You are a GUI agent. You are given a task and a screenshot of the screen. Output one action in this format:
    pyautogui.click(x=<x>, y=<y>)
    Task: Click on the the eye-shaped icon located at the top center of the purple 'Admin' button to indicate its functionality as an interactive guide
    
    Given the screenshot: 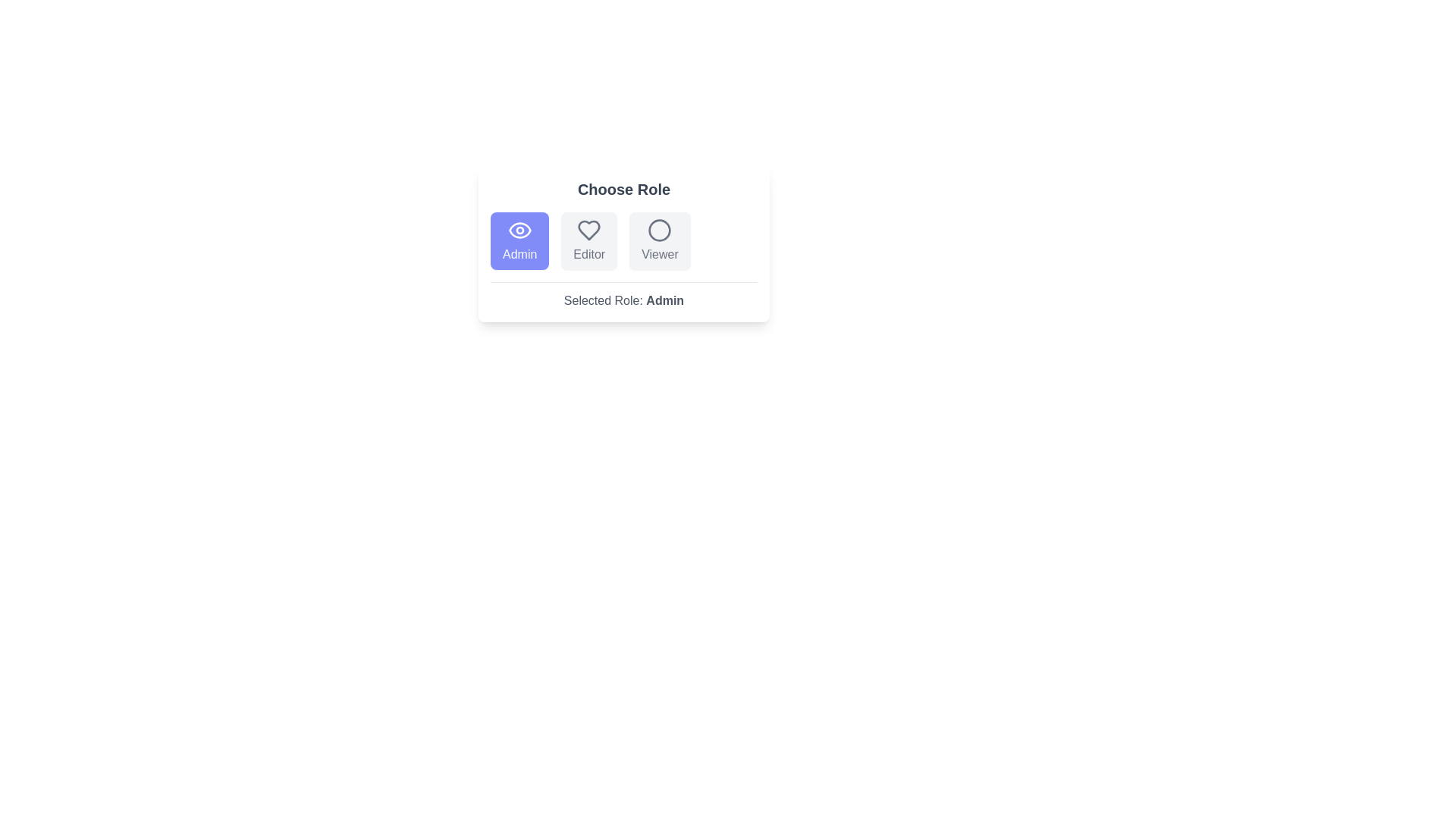 What is the action you would take?
    pyautogui.click(x=519, y=231)
    